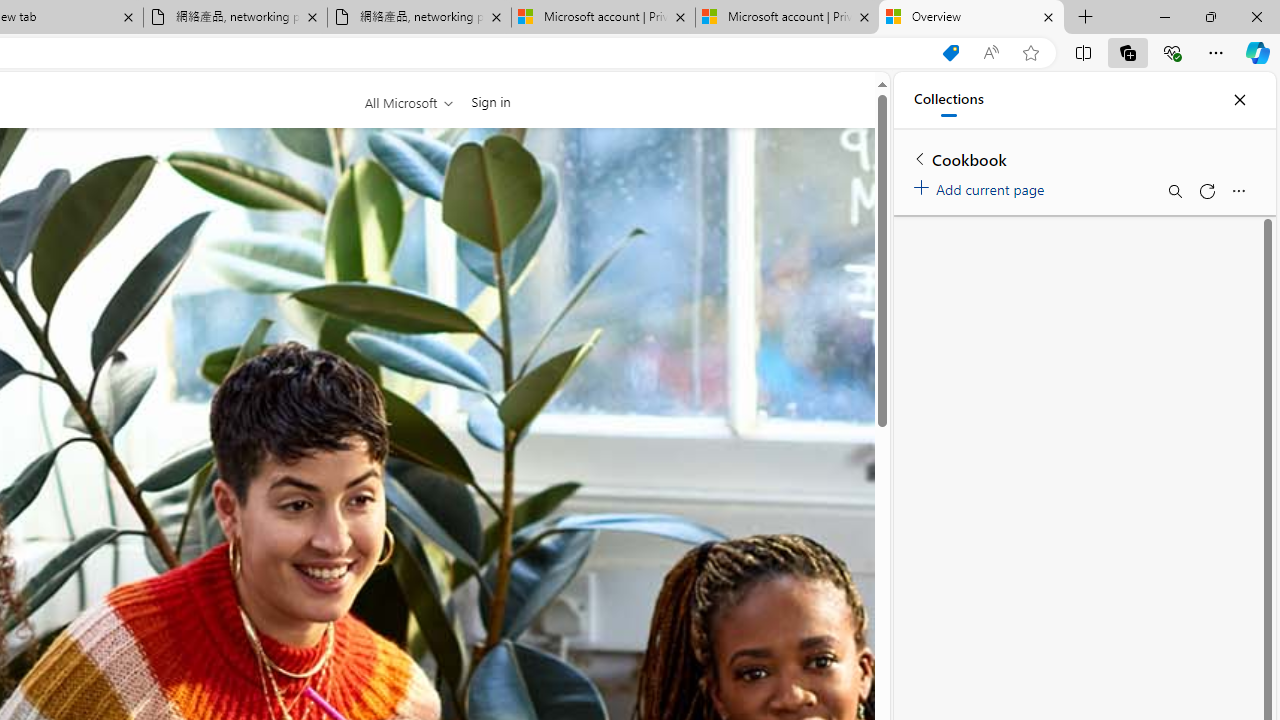 The height and width of the screenshot is (720, 1280). What do you see at coordinates (919, 158) in the screenshot?
I see `'Back to list of collections'` at bounding box center [919, 158].